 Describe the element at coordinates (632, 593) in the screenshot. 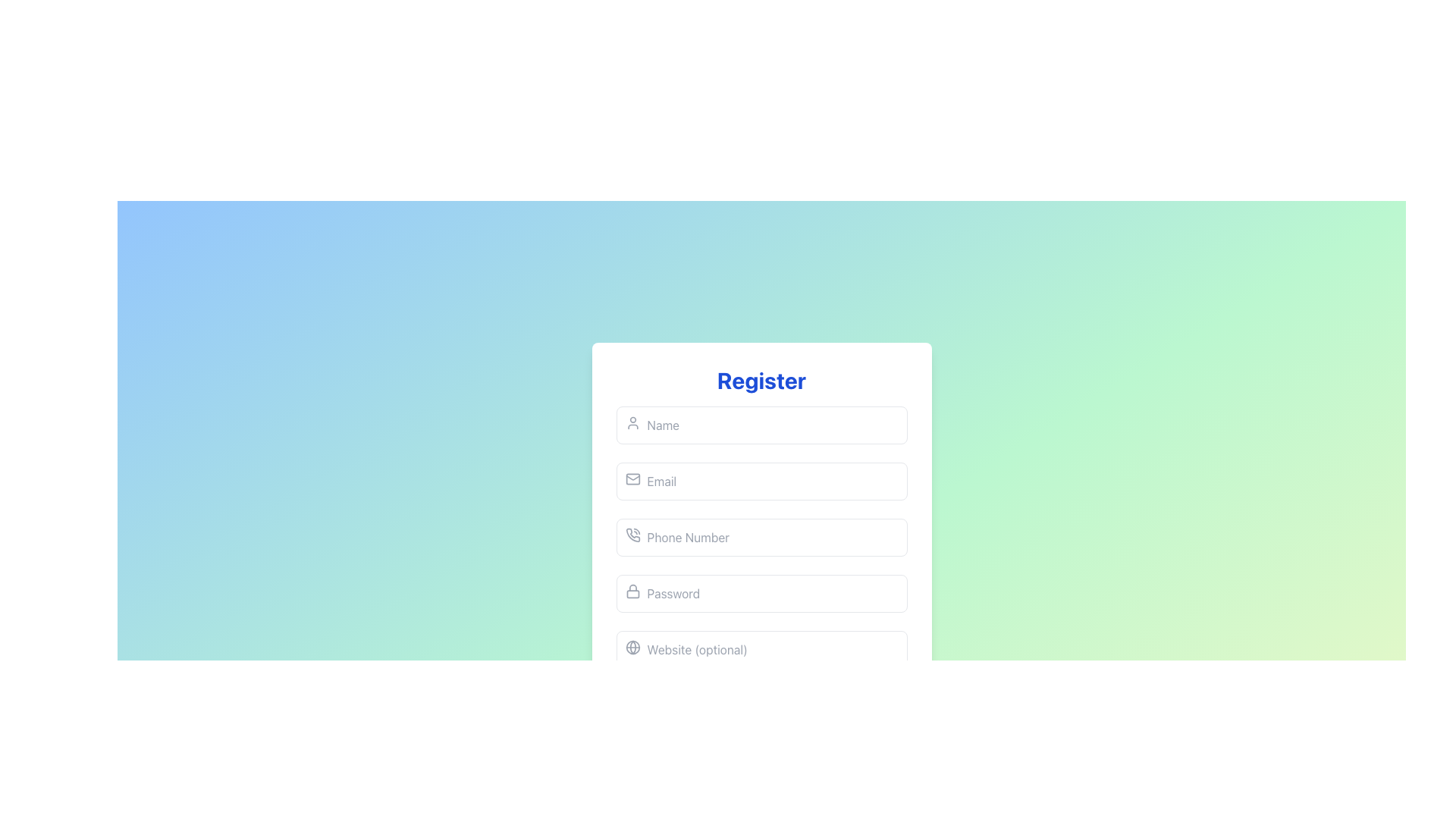

I see `the larger rounded rectangle that forms the lower part of the lock icon located to the left of the password input field` at that location.